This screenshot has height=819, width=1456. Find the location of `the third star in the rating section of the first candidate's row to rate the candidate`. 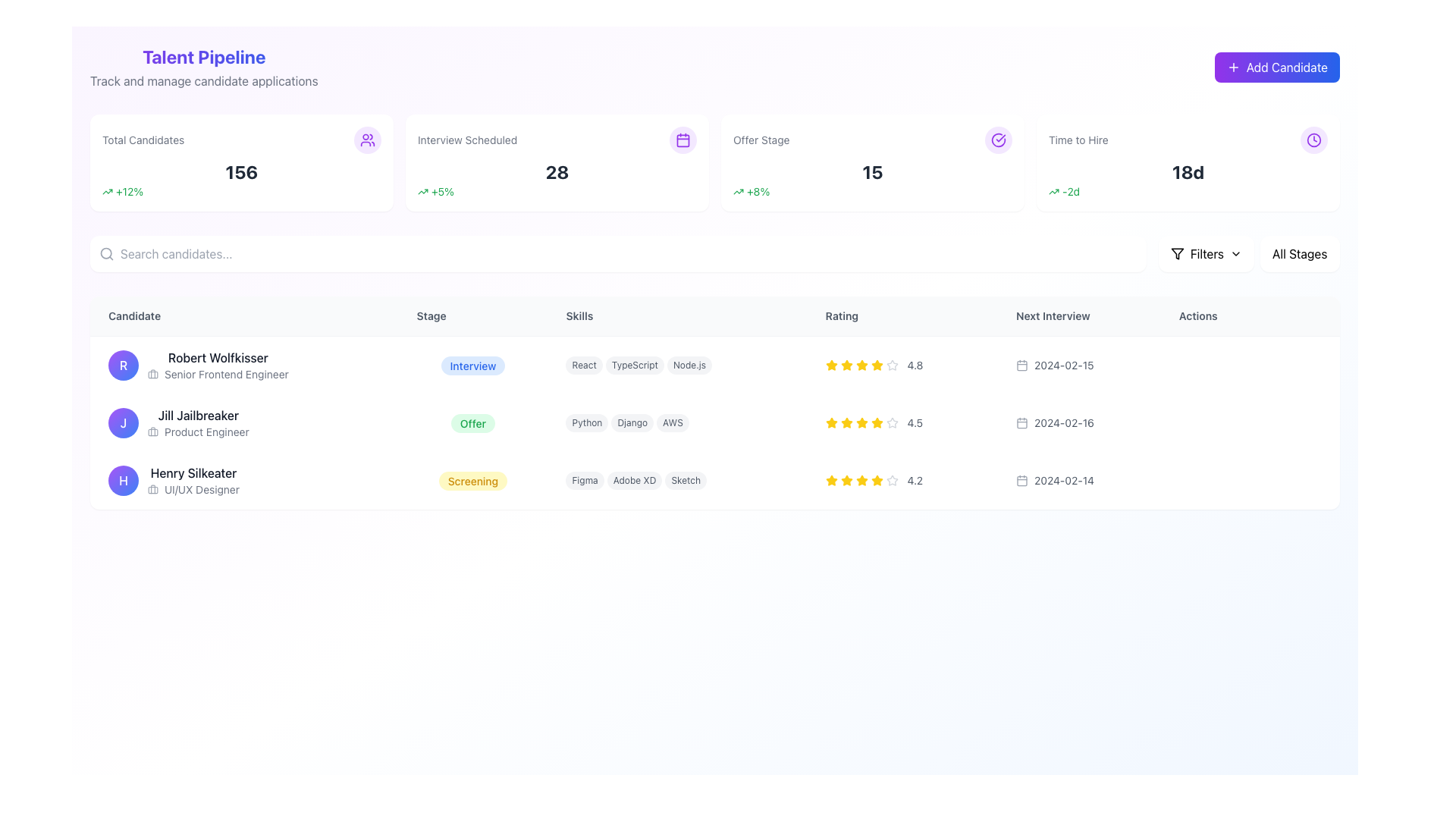

the third star in the rating section of the first candidate's row to rate the candidate is located at coordinates (830, 365).